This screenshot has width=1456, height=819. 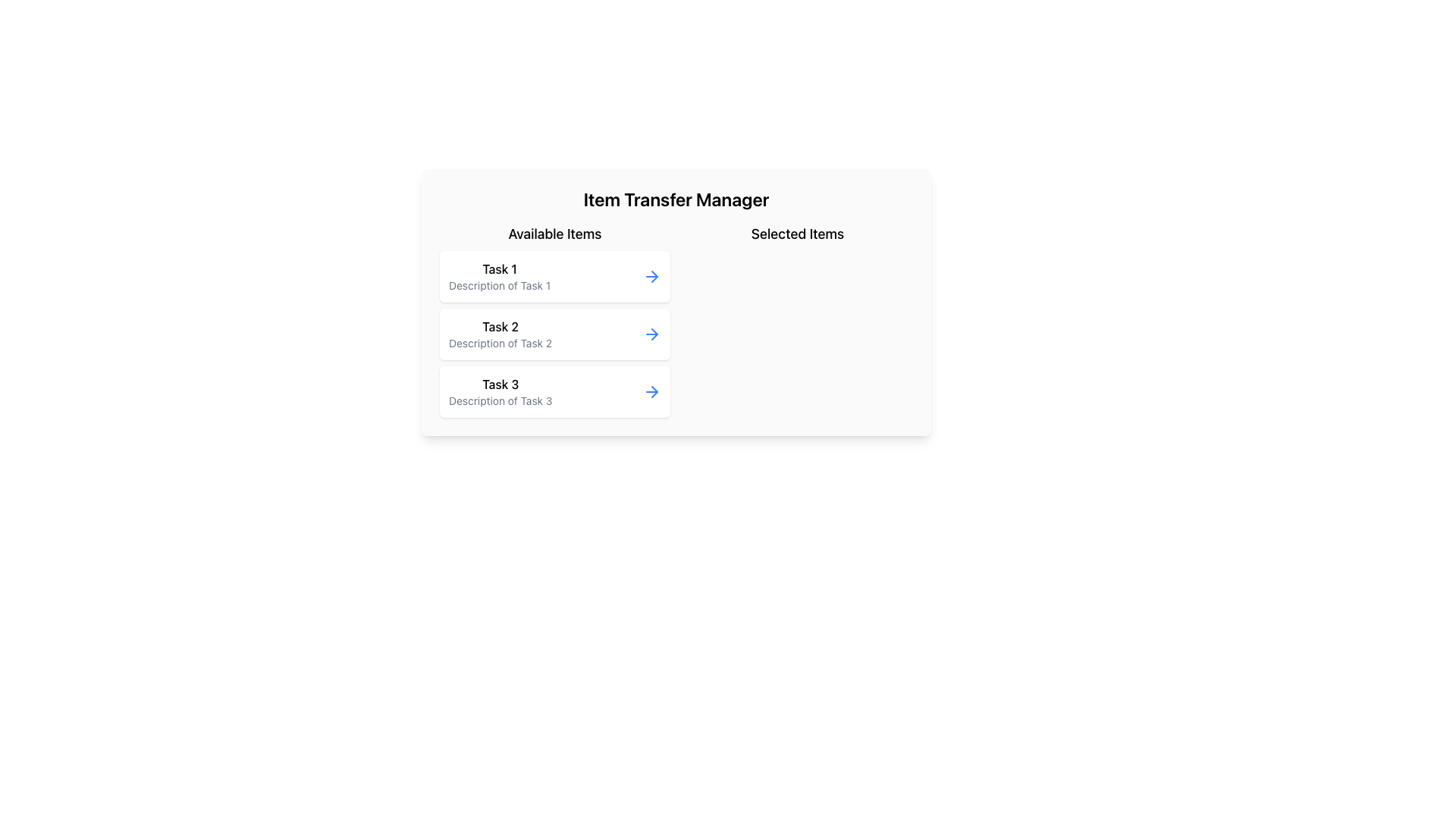 I want to click on text from the Text Label located below the 'Task 3' label, which provides additional information corresponding to 'Task 3.', so click(x=500, y=400).